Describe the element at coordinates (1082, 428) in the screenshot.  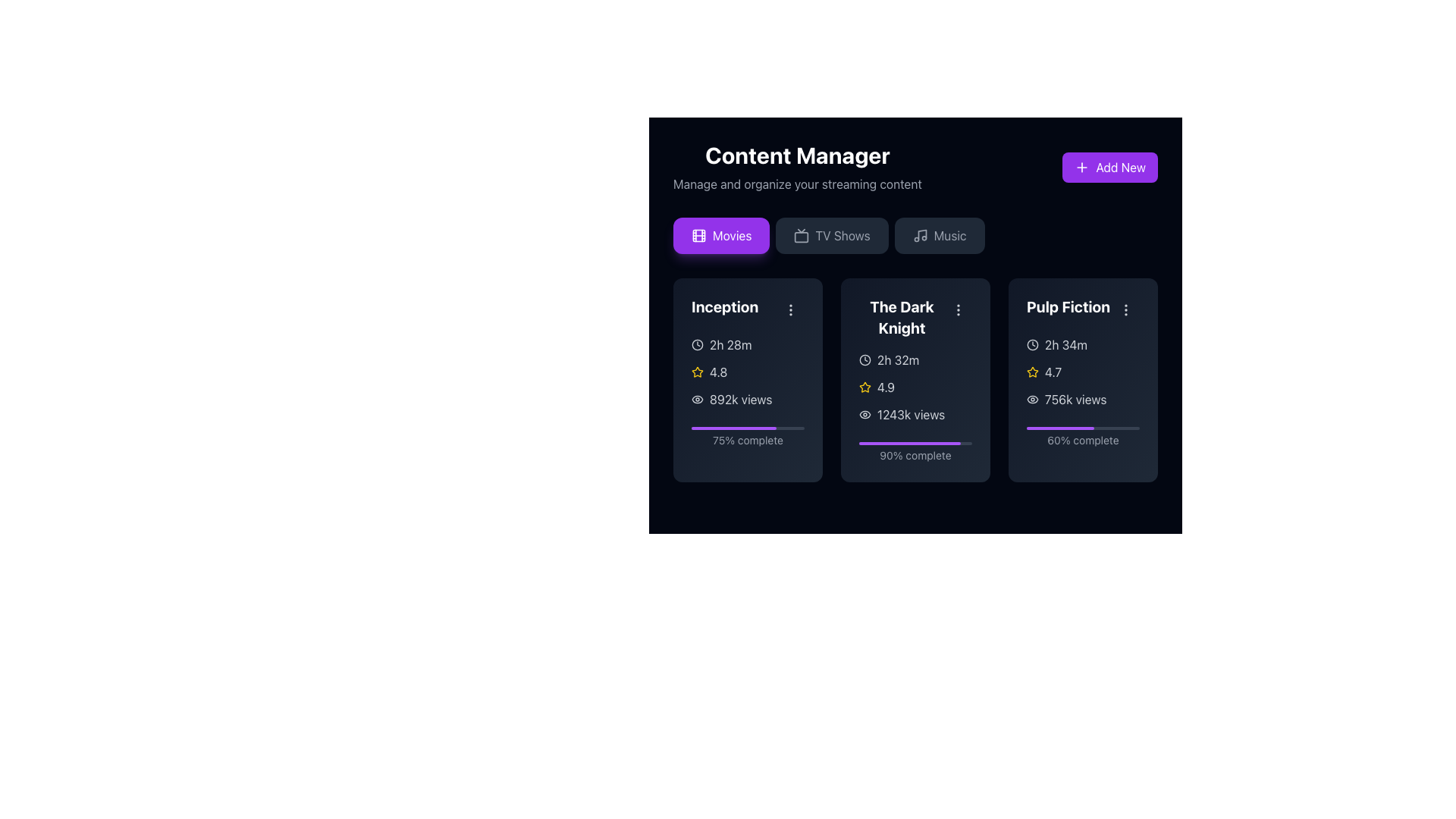
I see `the progress bar indicating 60% completion located at the bottom section of the 'Pulp Fiction' card` at that location.